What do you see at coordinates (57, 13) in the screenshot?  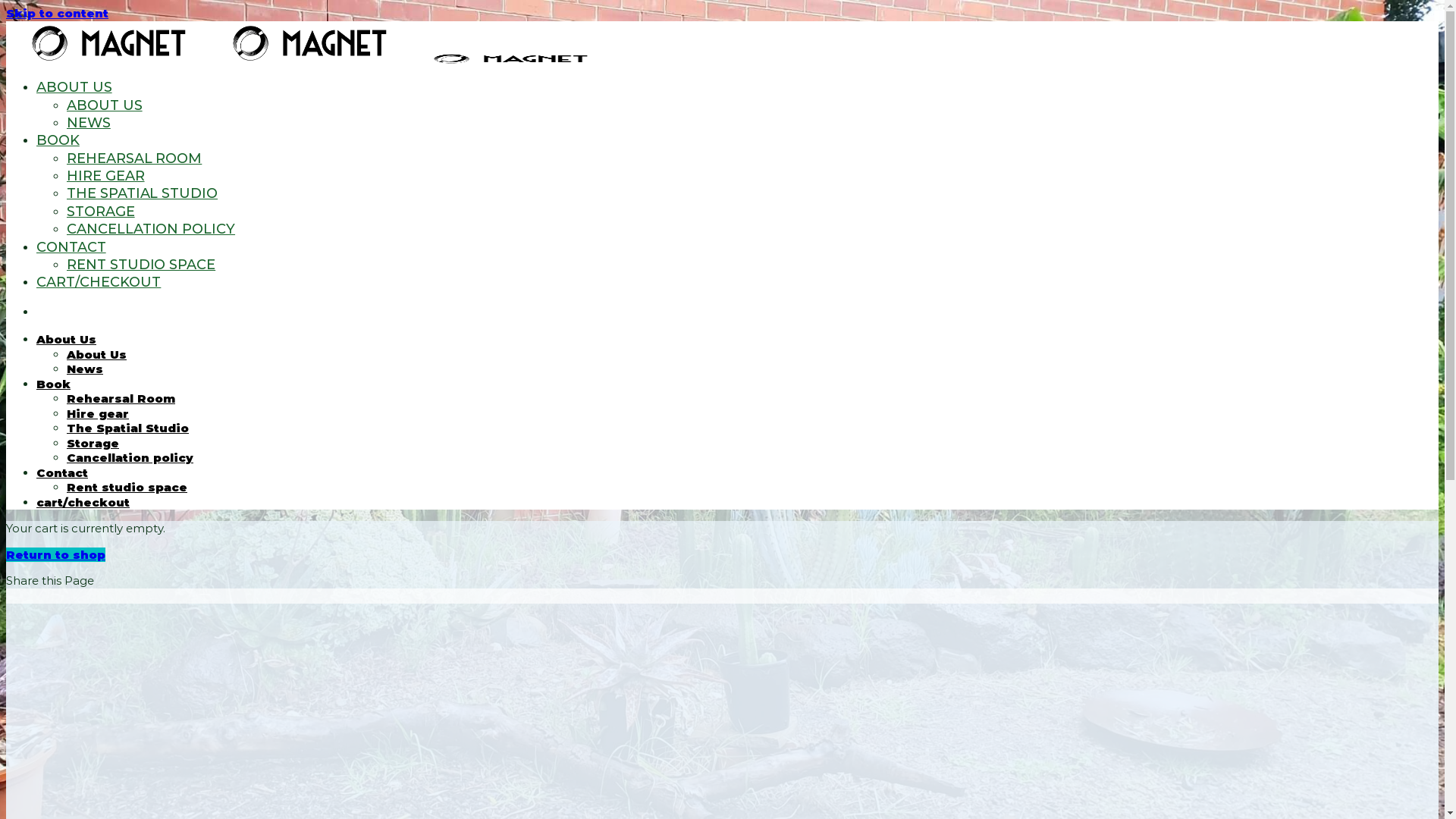 I see `'Skip to content'` at bounding box center [57, 13].